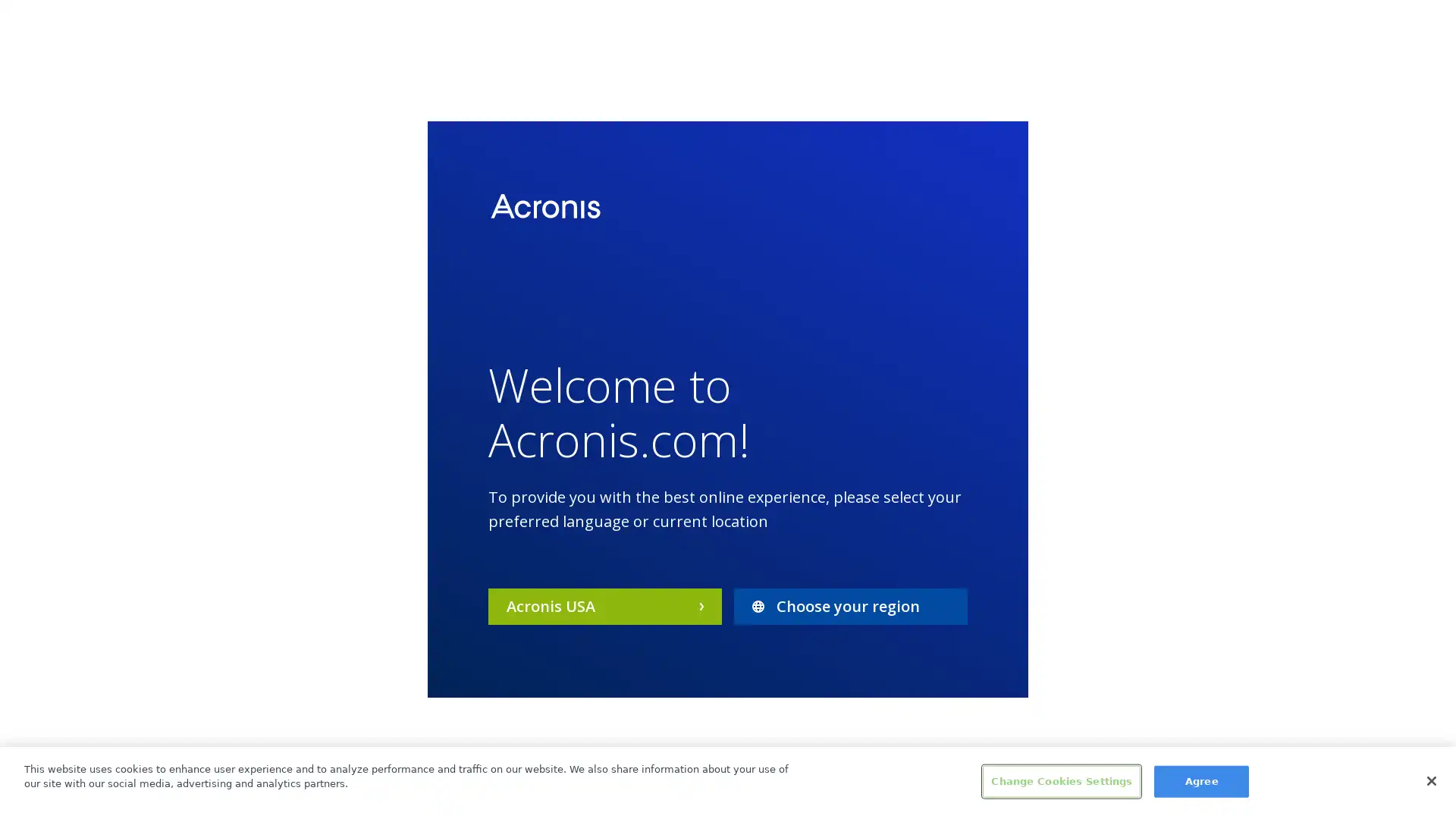  I want to click on Agree, so click(1200, 781).